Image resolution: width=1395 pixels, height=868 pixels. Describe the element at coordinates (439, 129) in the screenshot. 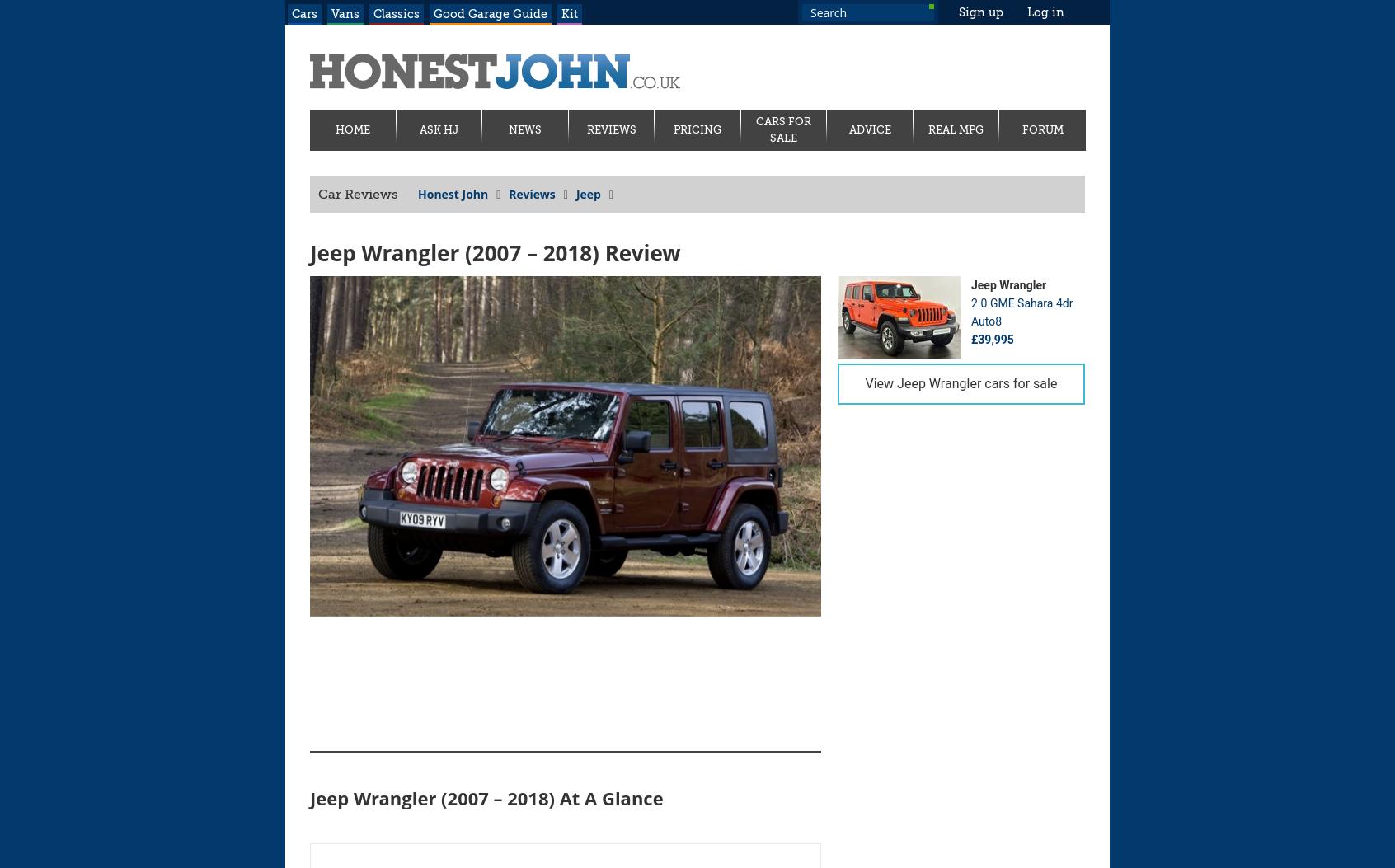

I see `'Ask HJ'` at that location.